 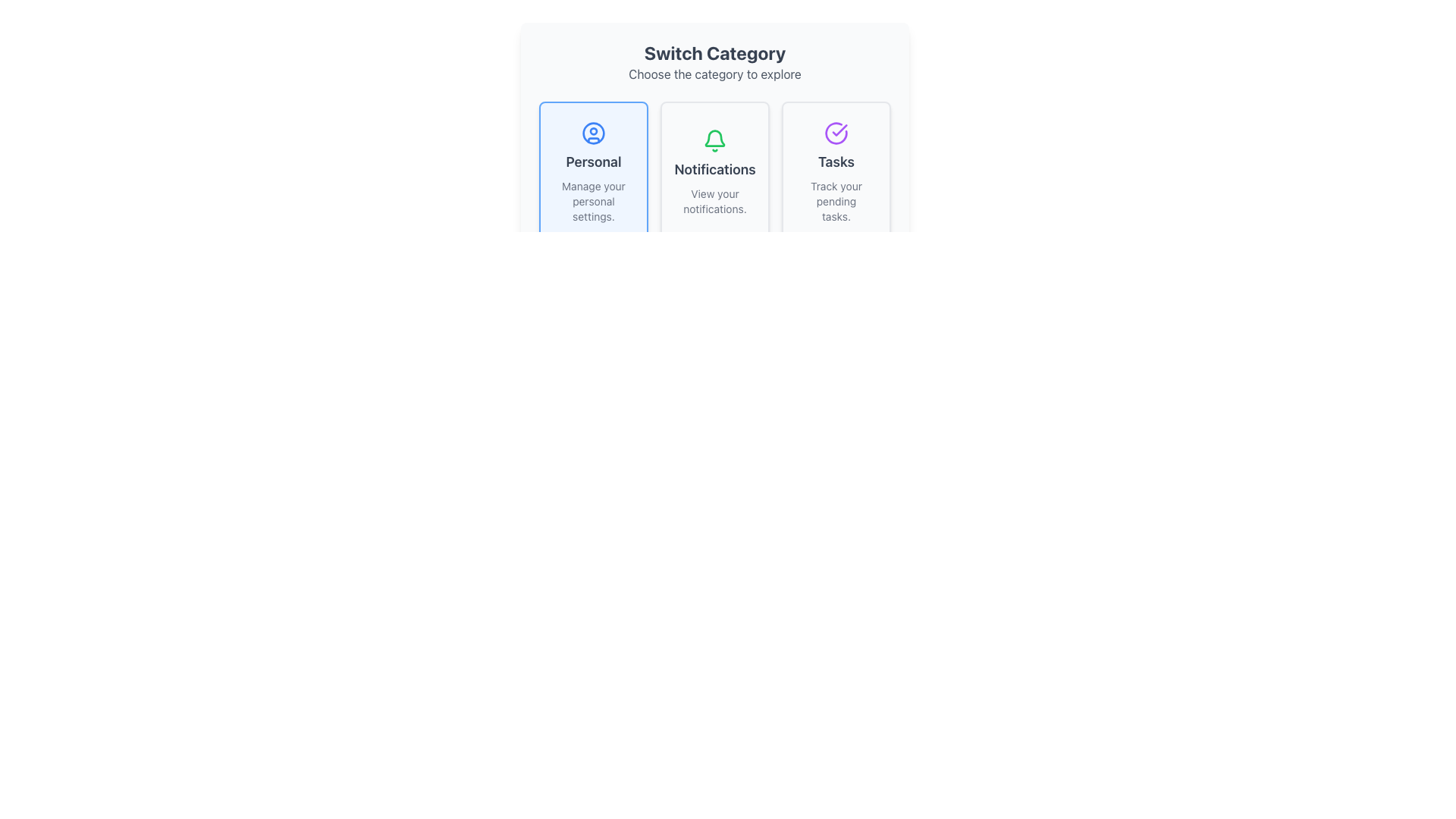 What do you see at coordinates (836, 201) in the screenshot?
I see `the text label that says 'Track your pending tasks.' located in the 'Tasks' card, which is the second element beneath a purple checkmark icon` at bounding box center [836, 201].